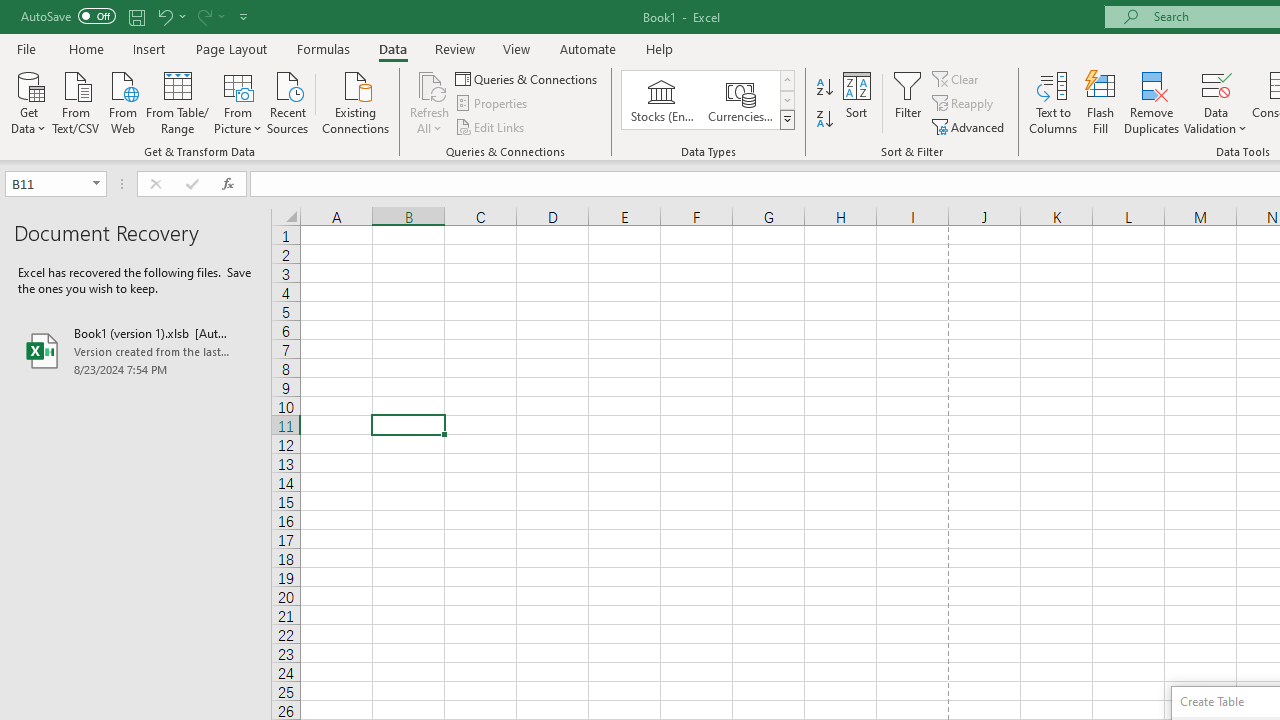  I want to click on 'Data', so click(392, 48).